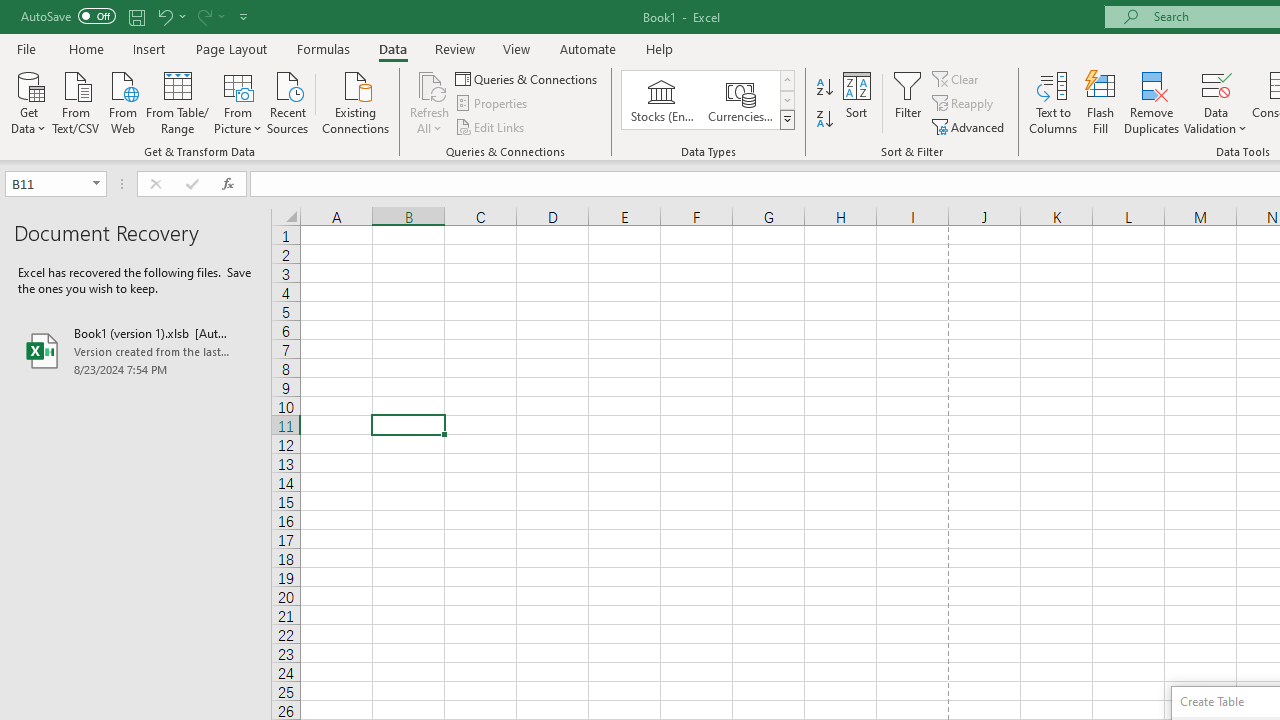  I want to click on 'Data', so click(392, 48).